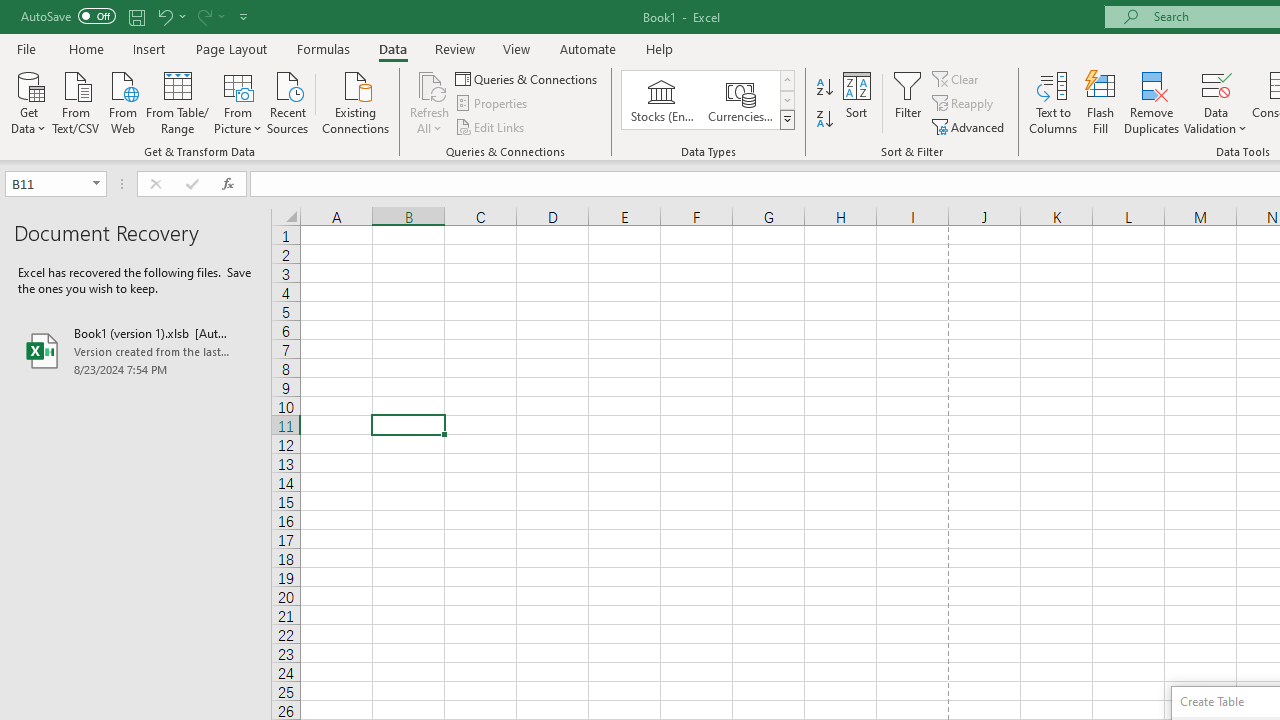  I want to click on 'Data', so click(392, 48).